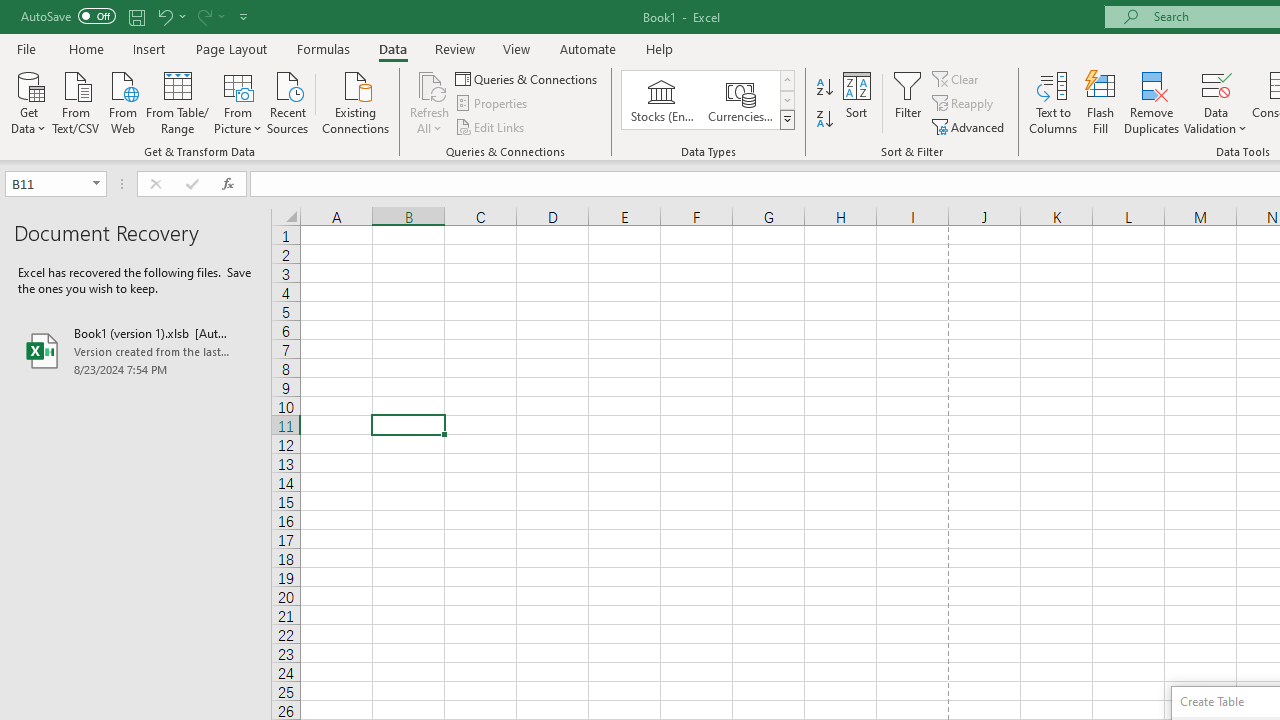  I want to click on 'Data', so click(392, 48).